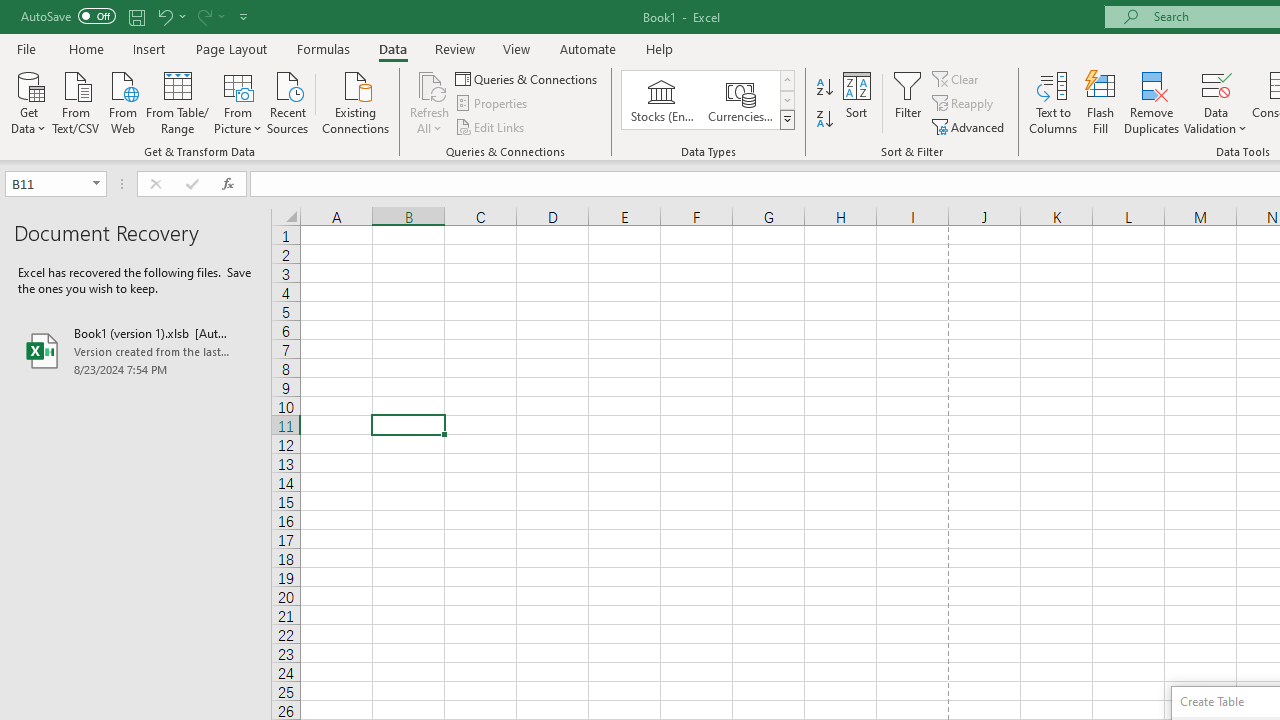  I want to click on 'Data', so click(392, 48).